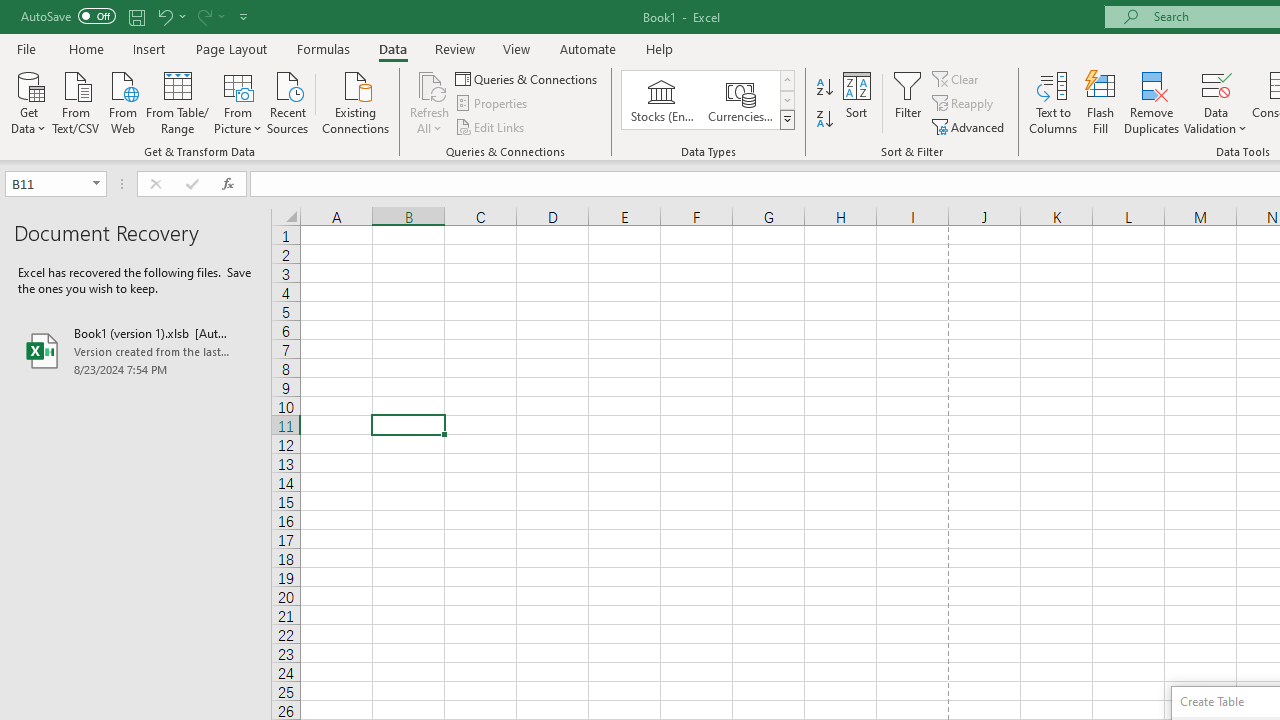  I want to click on 'Data', so click(392, 48).